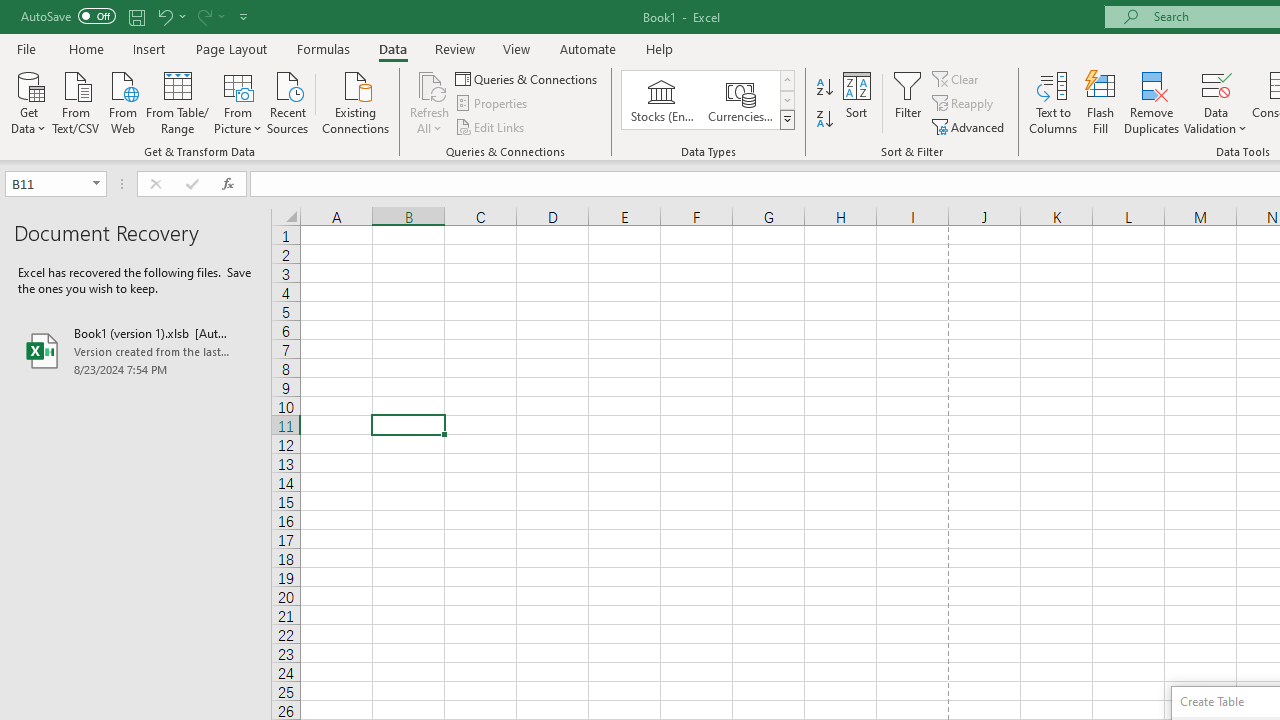  I want to click on 'Data', so click(392, 48).